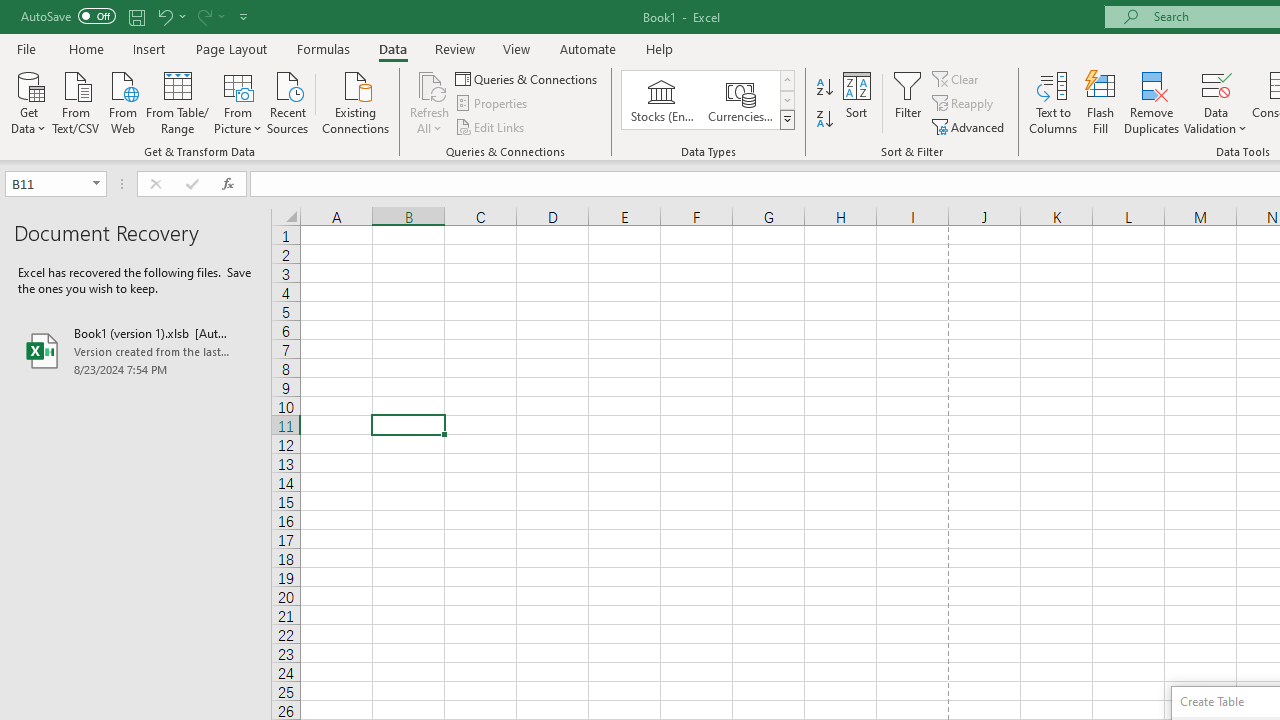  I want to click on 'Data', so click(392, 48).